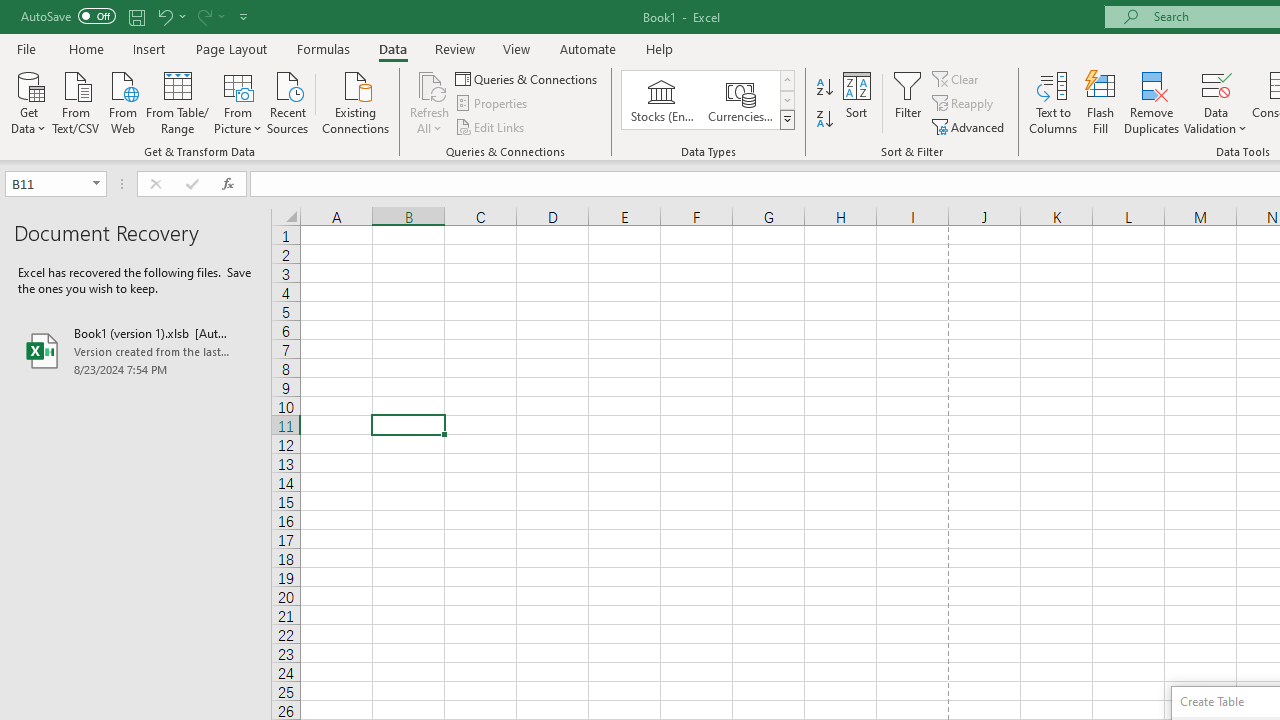  I want to click on 'Data', so click(392, 48).